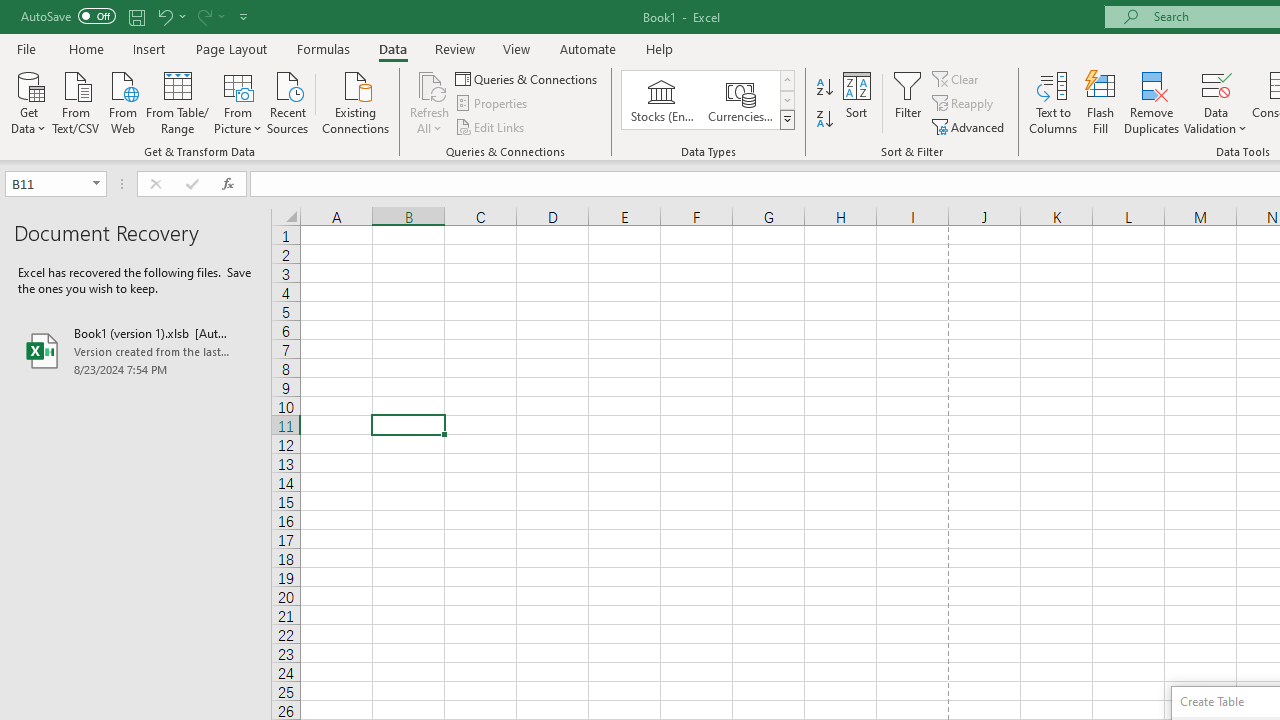  I want to click on 'Data', so click(392, 48).